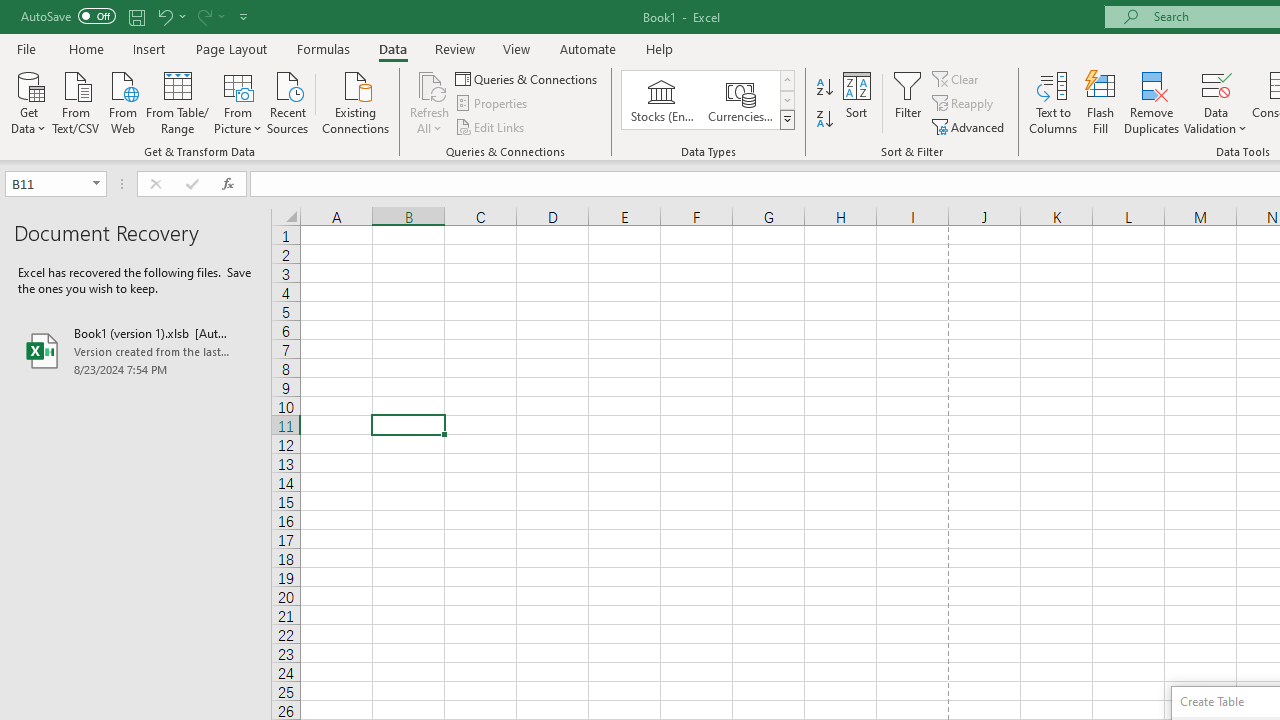  I want to click on 'Data', so click(392, 48).